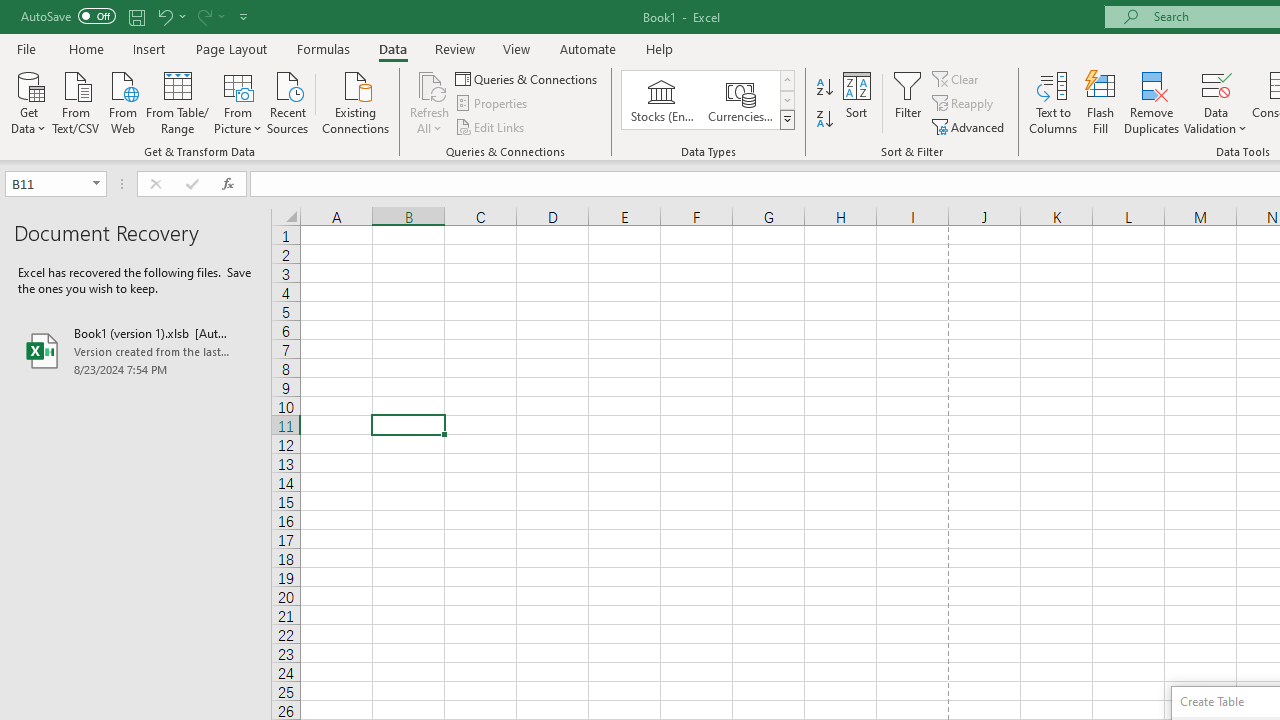  I want to click on 'Data', so click(392, 48).